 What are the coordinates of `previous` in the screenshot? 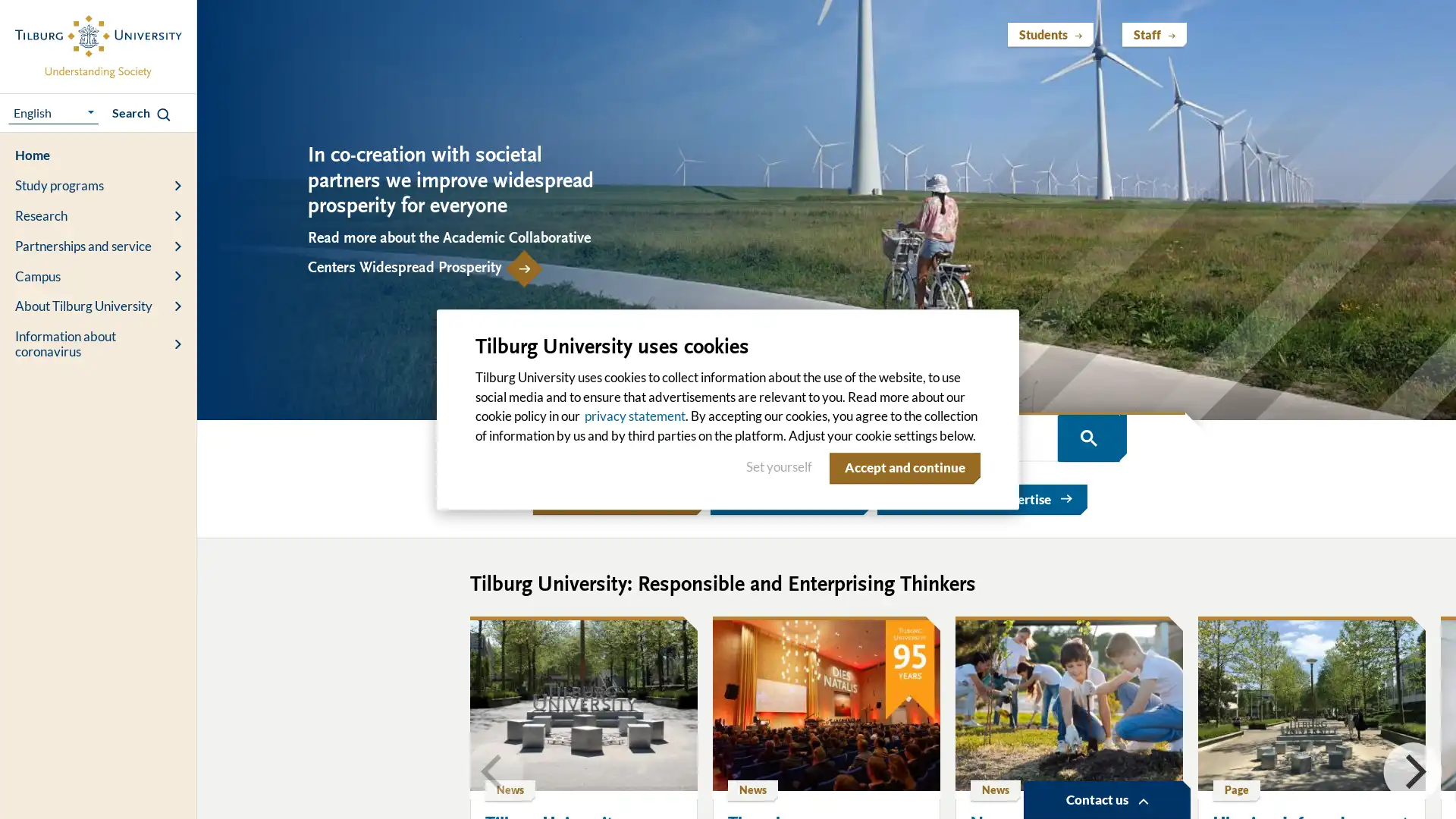 It's located at (494, 770).